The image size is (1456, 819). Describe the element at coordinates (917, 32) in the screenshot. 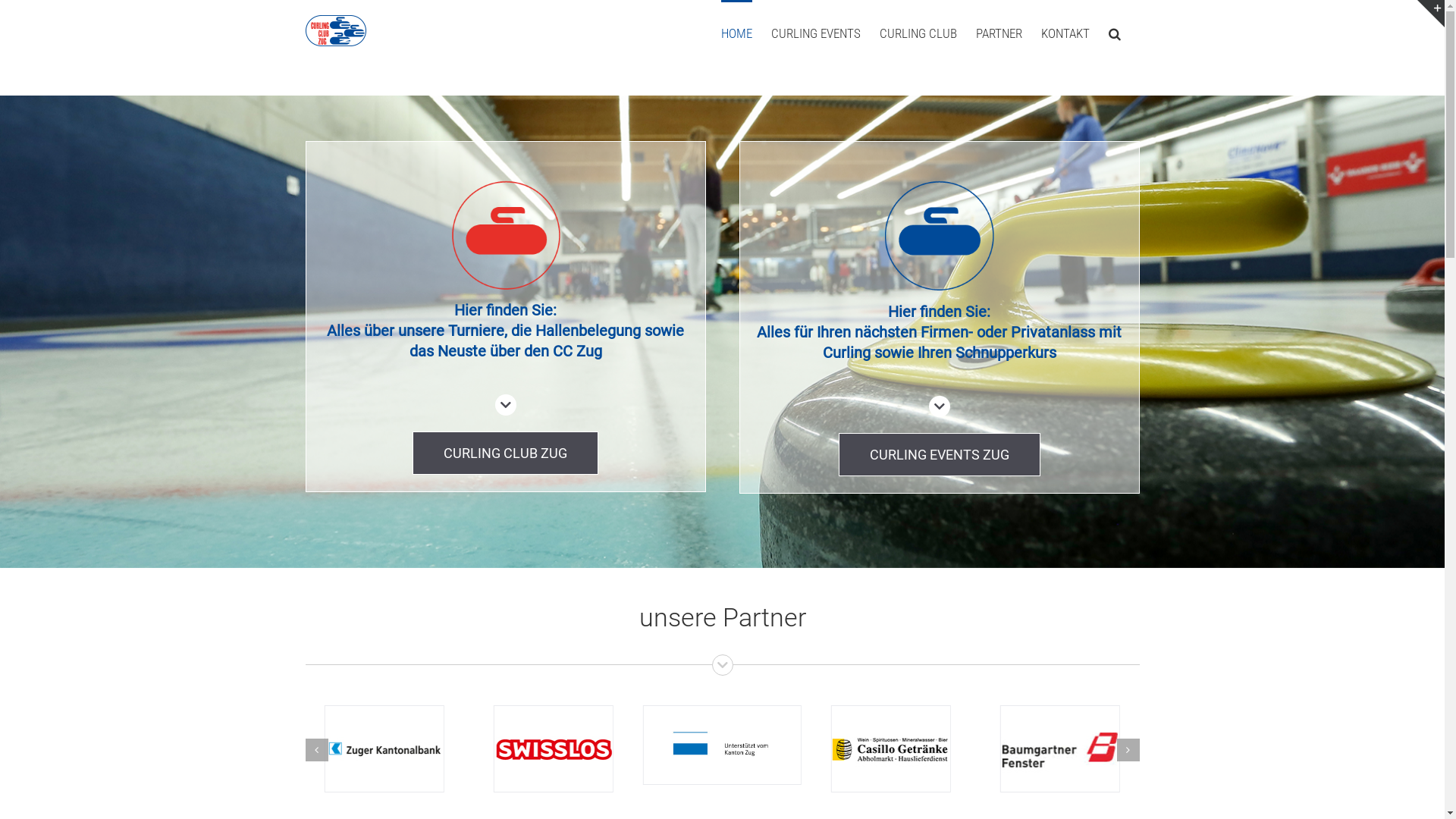

I see `'CURLING CLUB'` at that location.